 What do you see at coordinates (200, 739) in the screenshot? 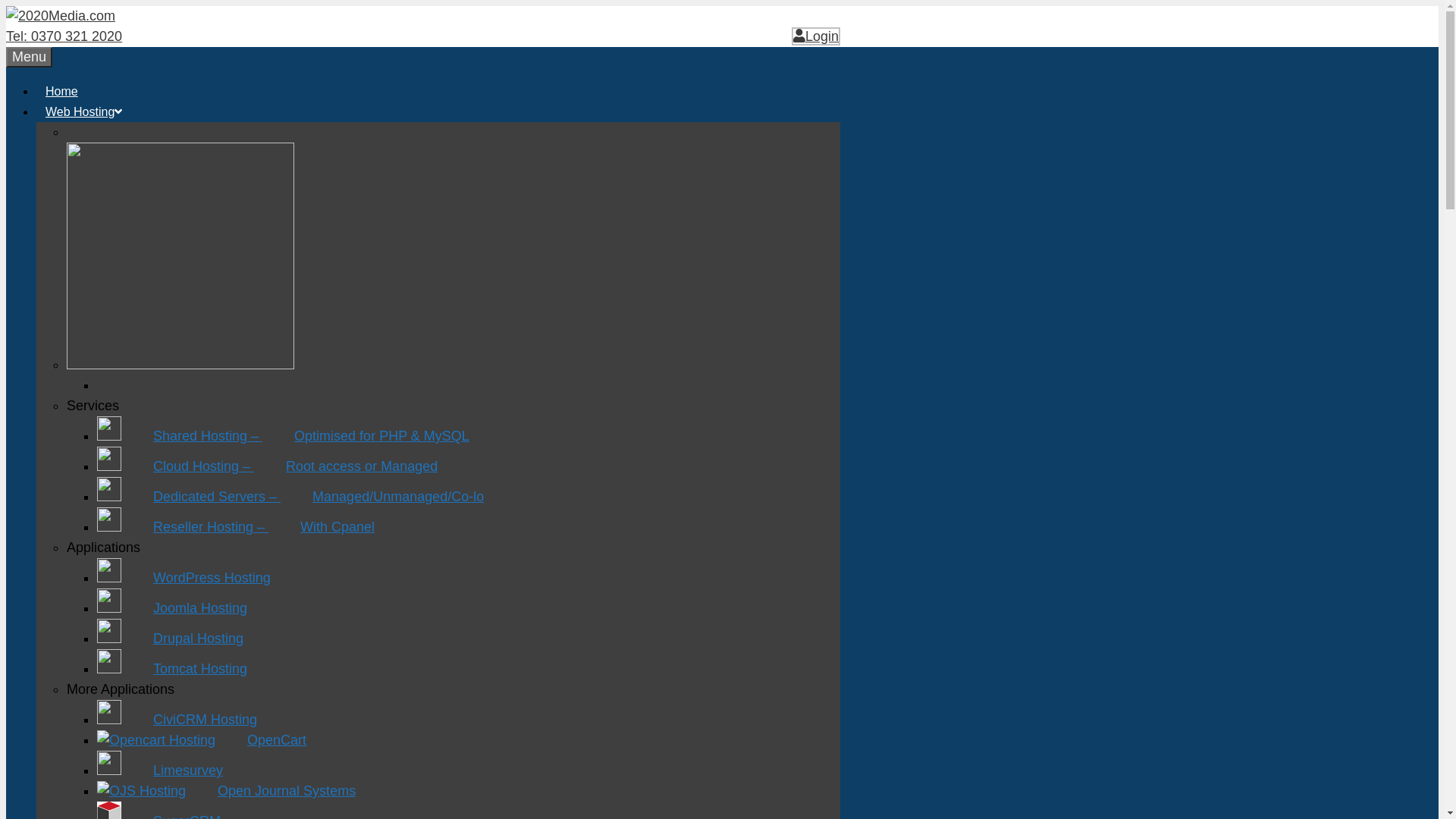
I see `'OpenCart'` at bounding box center [200, 739].